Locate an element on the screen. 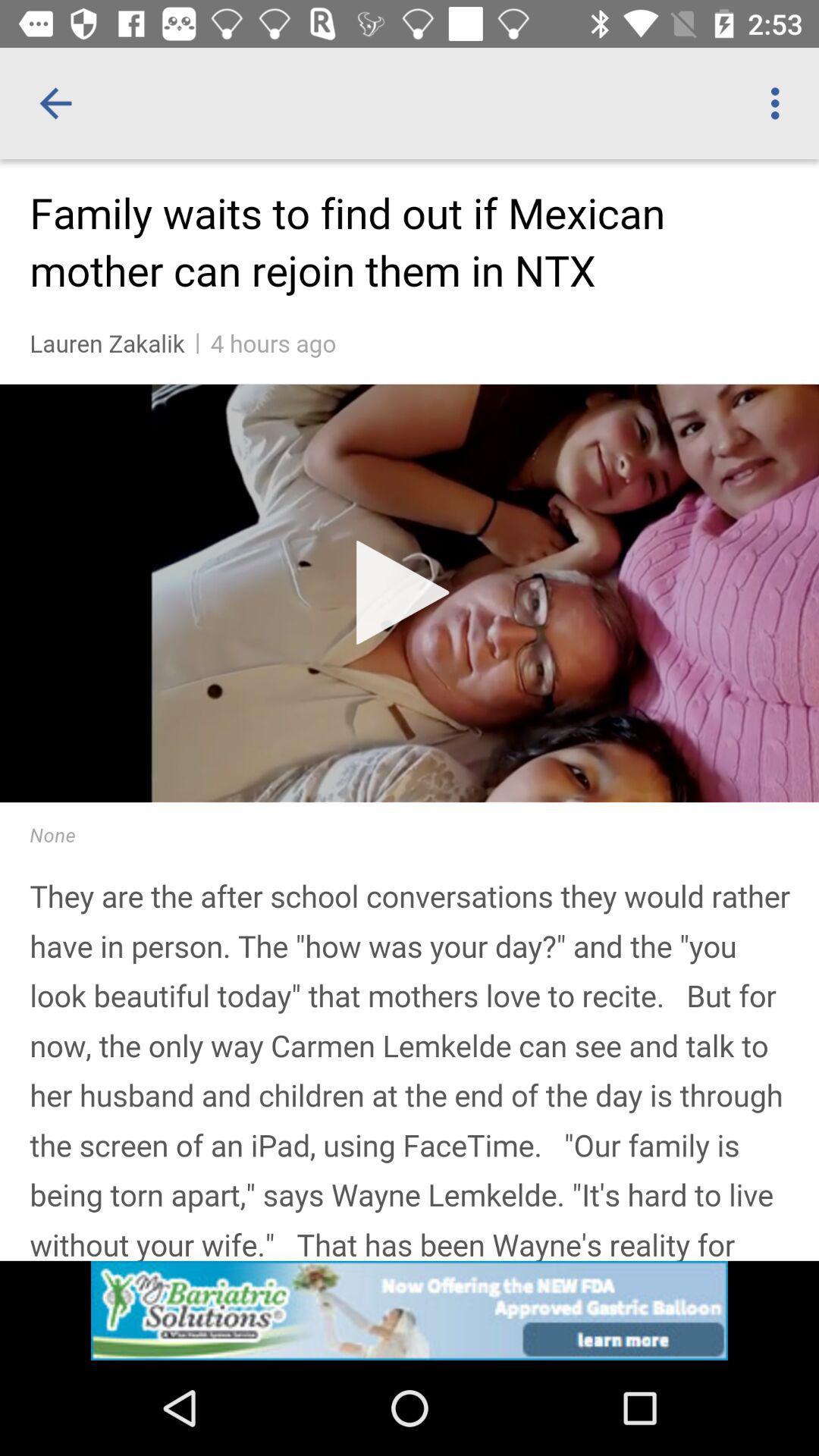  read a news is located at coordinates (409, 760).